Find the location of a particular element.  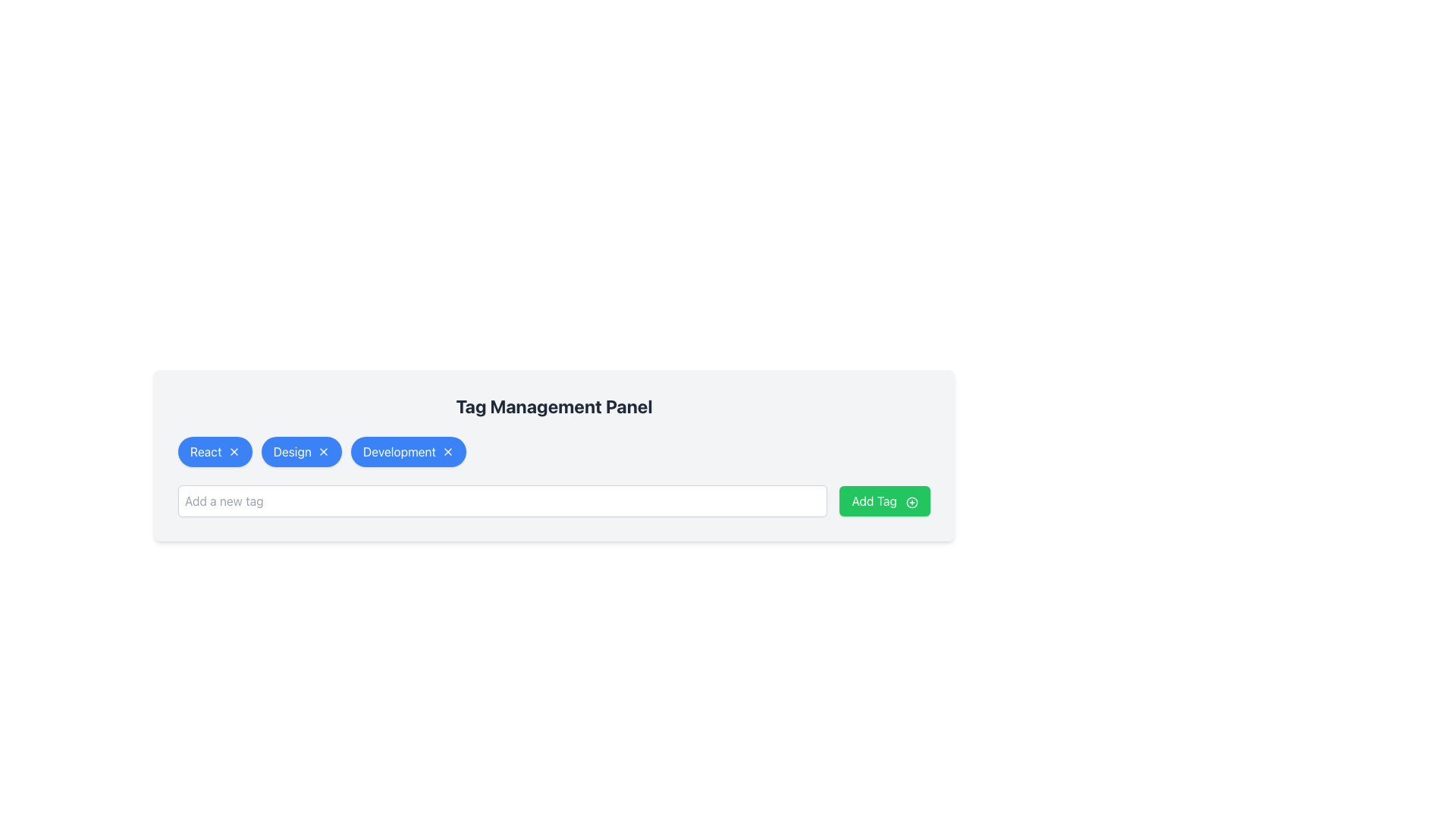

the button labeled 'Add a new tag' located on the right side of the input field to append a new tag is located at coordinates (884, 500).